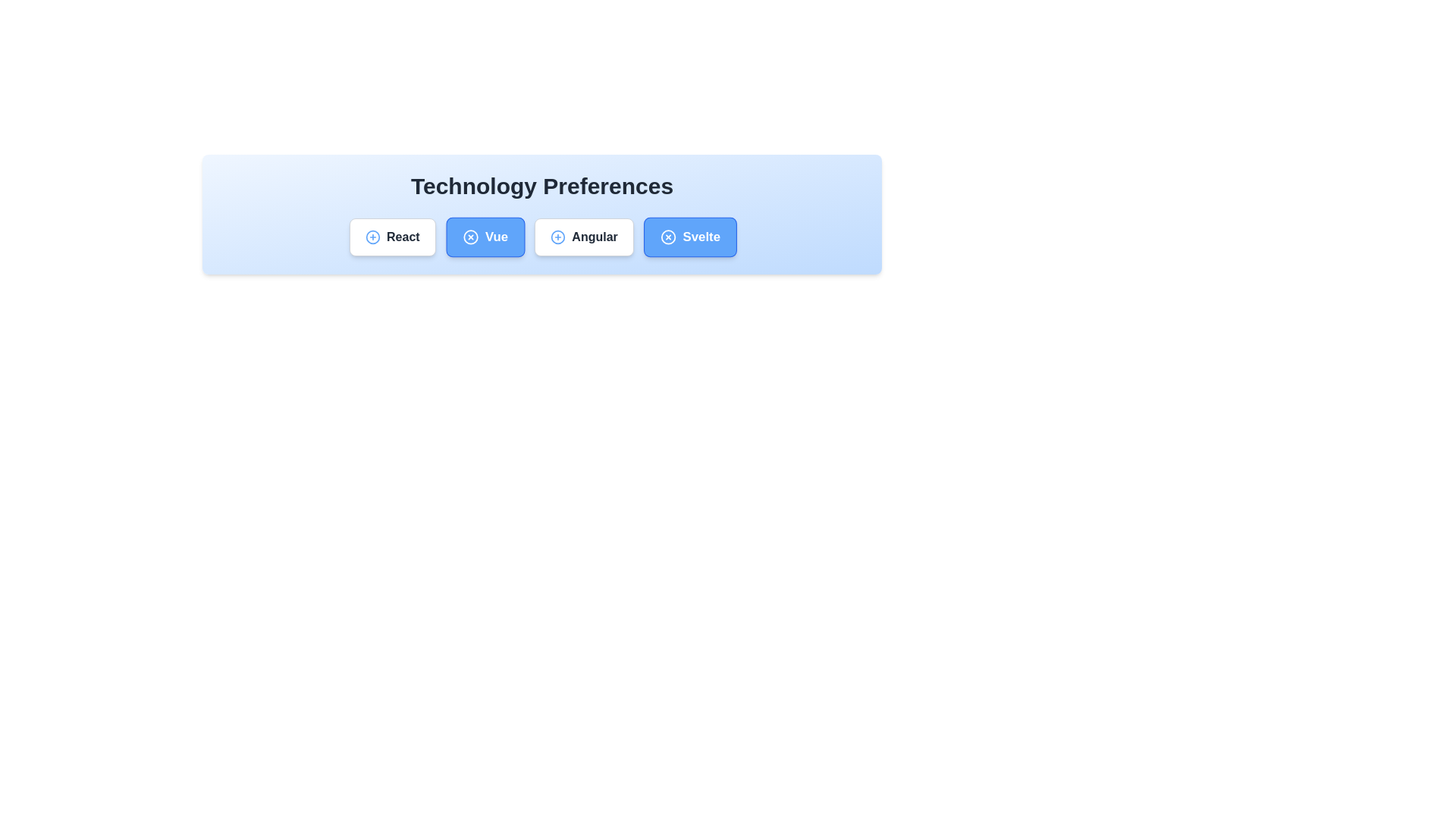 Image resolution: width=1456 pixels, height=819 pixels. I want to click on the chip labeled Vue to observe its hover effect, so click(483, 237).